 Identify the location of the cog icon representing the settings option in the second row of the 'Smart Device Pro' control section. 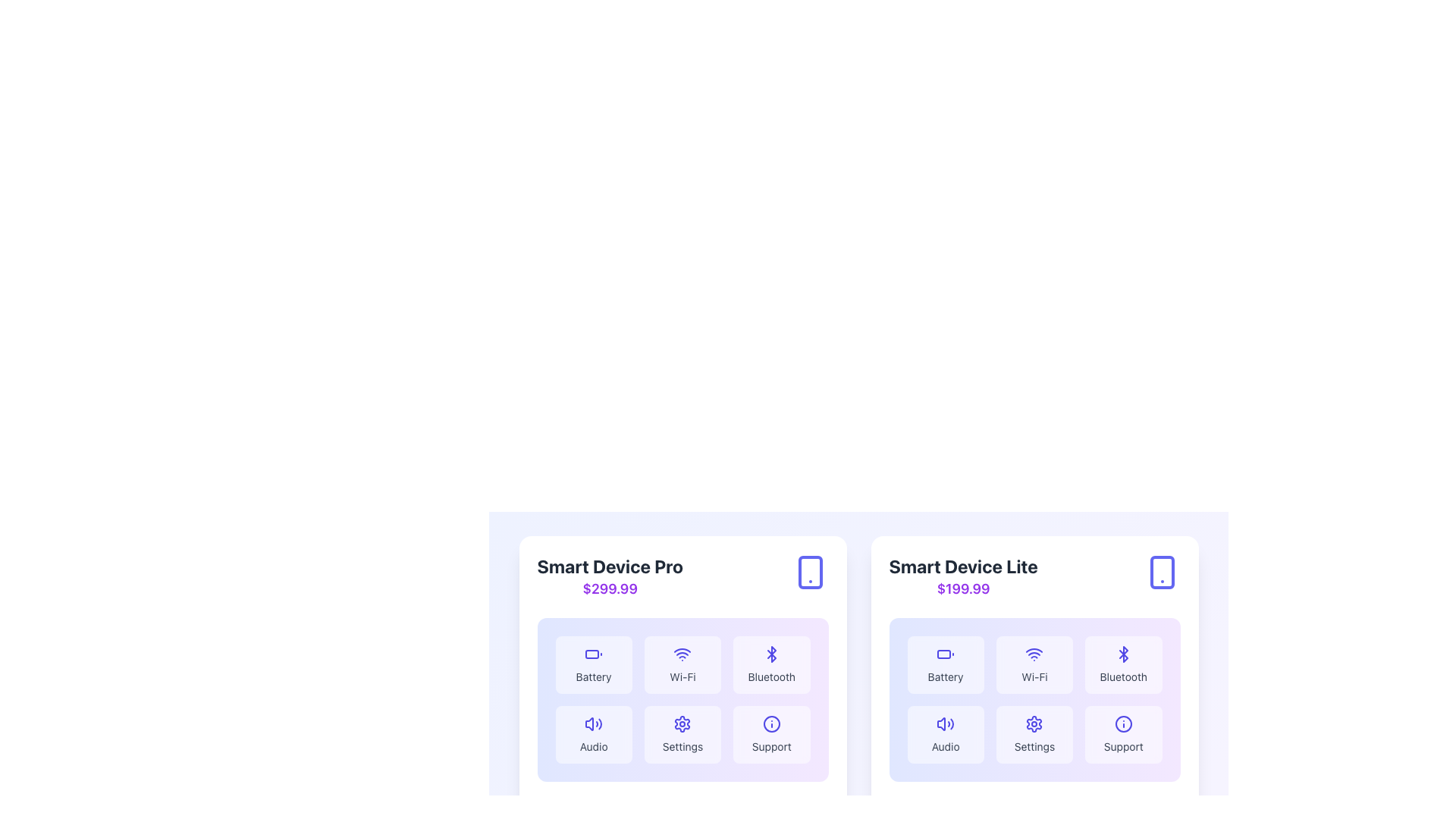
(682, 723).